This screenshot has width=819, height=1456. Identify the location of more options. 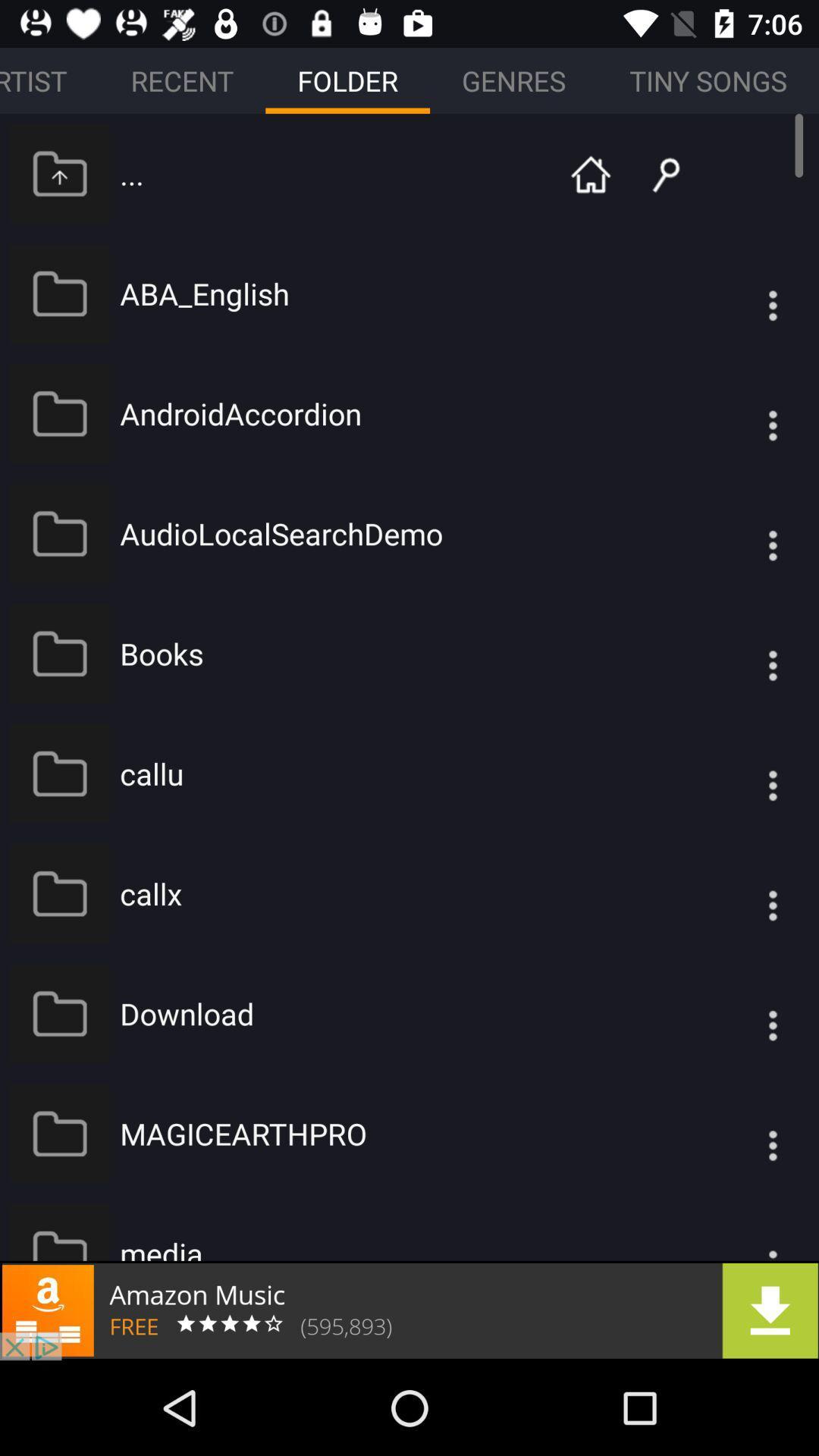
(742, 893).